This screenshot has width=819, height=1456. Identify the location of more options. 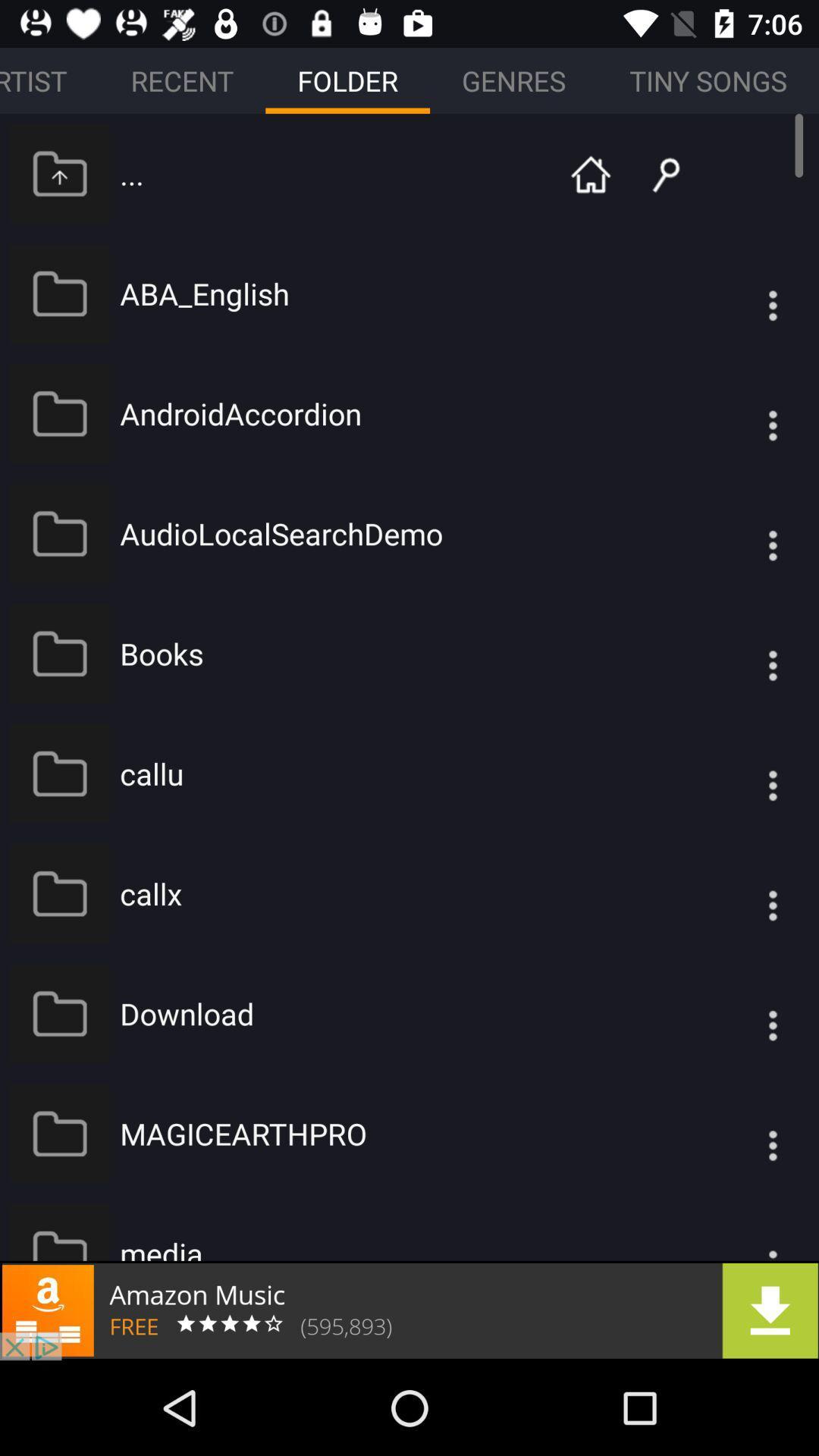
(742, 893).